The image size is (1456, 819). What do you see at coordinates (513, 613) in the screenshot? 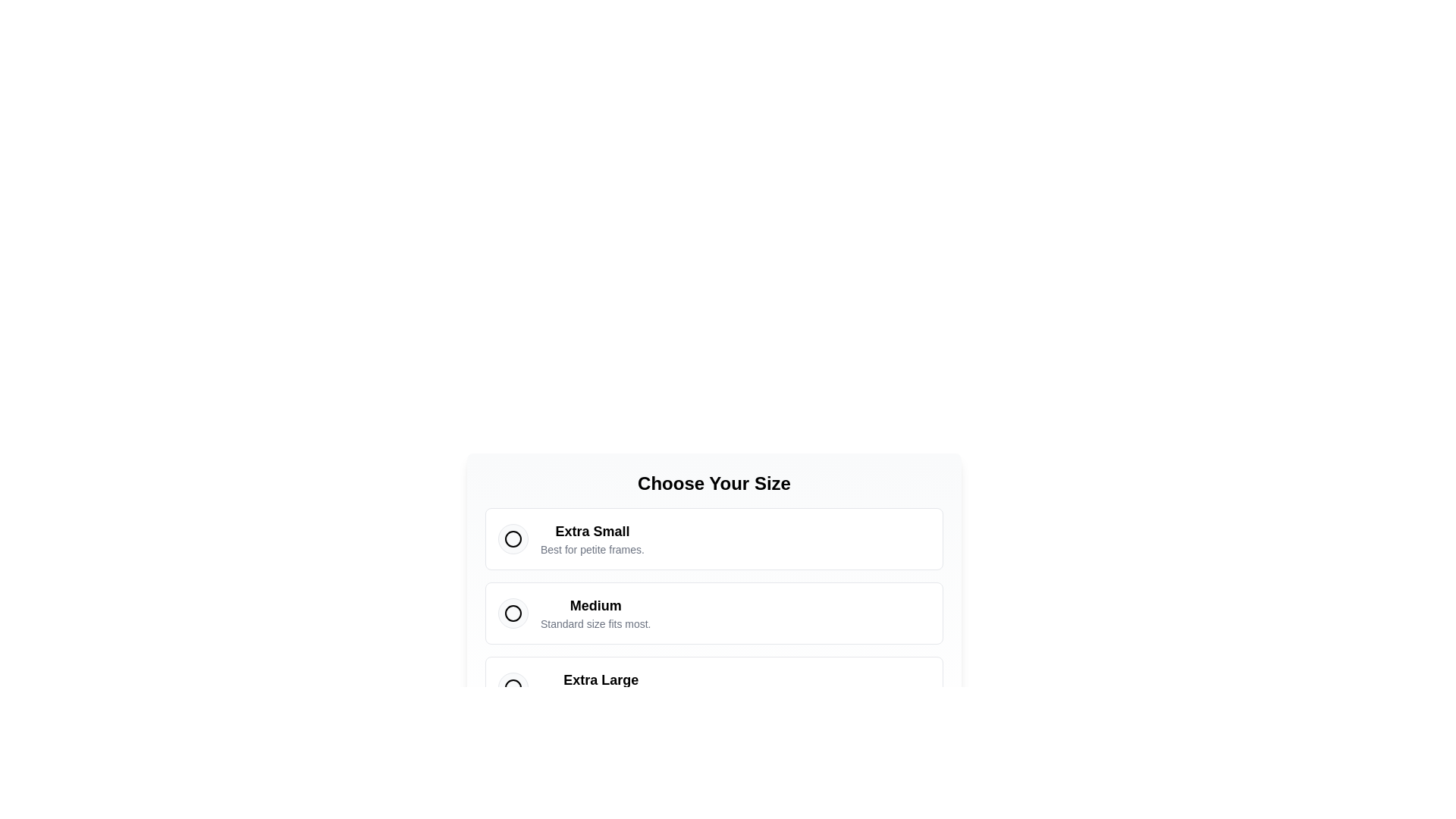
I see `the radio button next to the 'Medium' size option` at bounding box center [513, 613].